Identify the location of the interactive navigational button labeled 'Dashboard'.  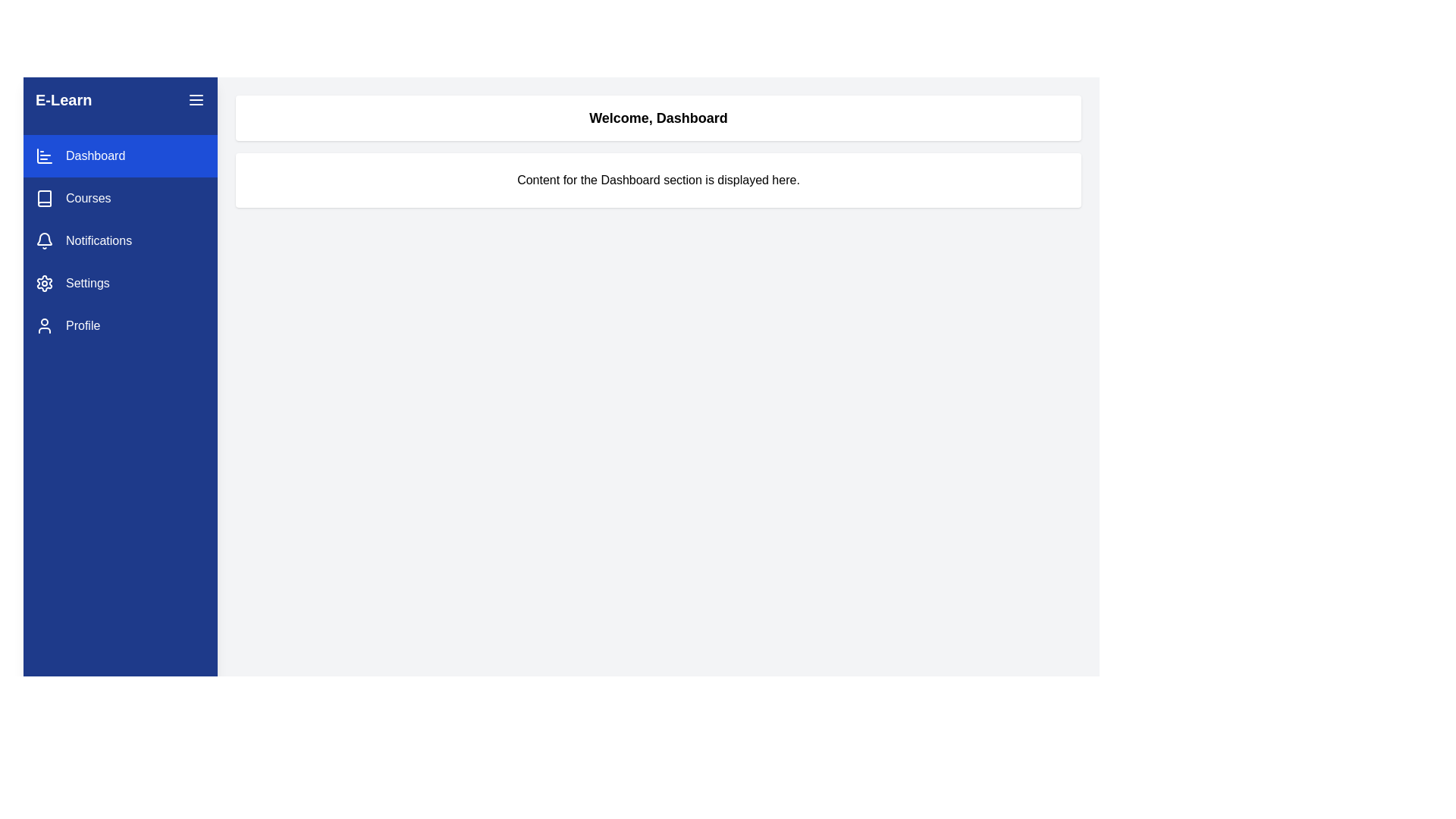
(119, 155).